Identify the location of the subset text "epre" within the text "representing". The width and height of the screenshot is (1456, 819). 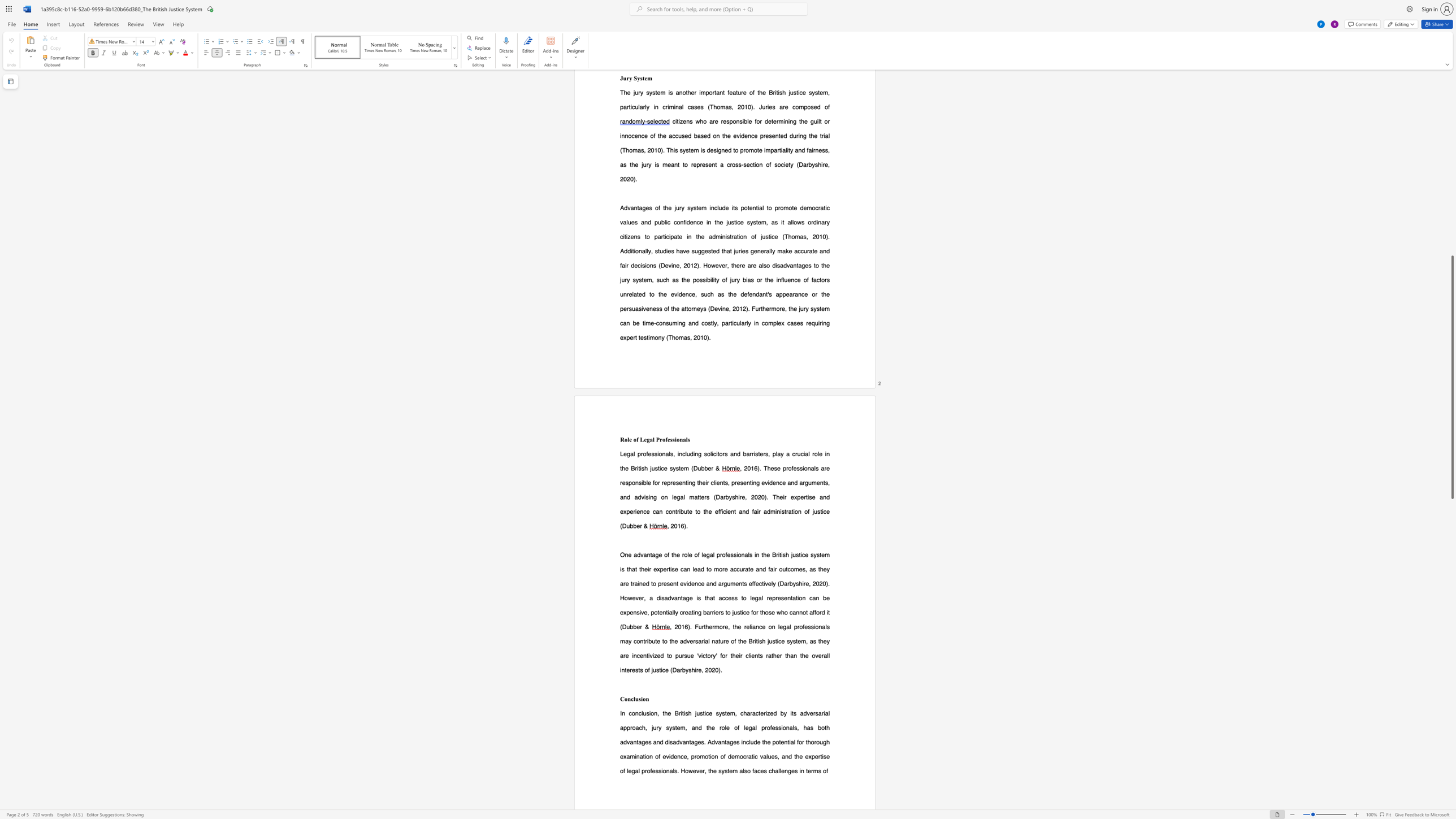
(663, 483).